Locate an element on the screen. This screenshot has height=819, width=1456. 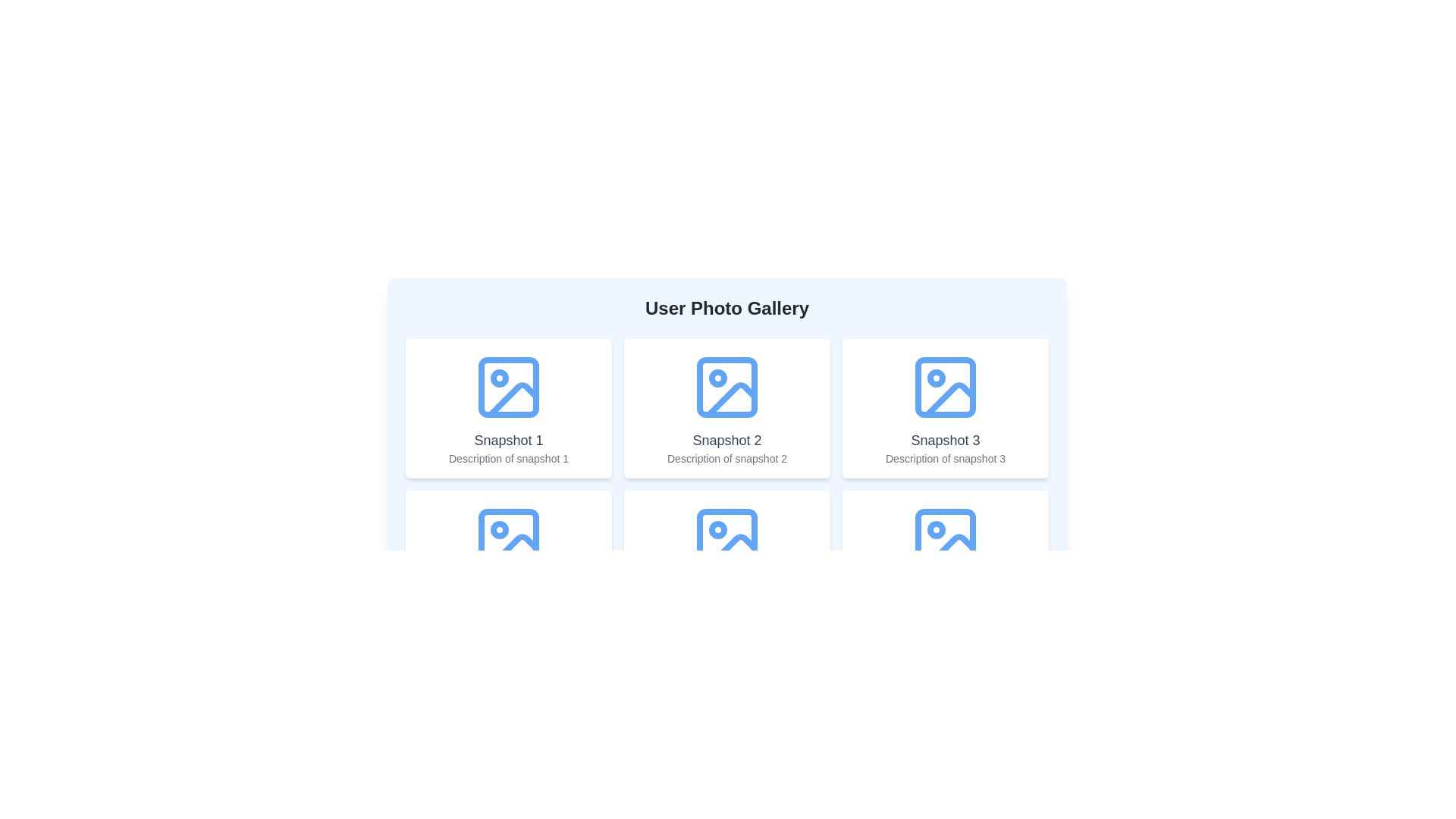
the small circular dot located at the top-left corner of the photo icon in the first snapshot of the user gallery is located at coordinates (499, 377).